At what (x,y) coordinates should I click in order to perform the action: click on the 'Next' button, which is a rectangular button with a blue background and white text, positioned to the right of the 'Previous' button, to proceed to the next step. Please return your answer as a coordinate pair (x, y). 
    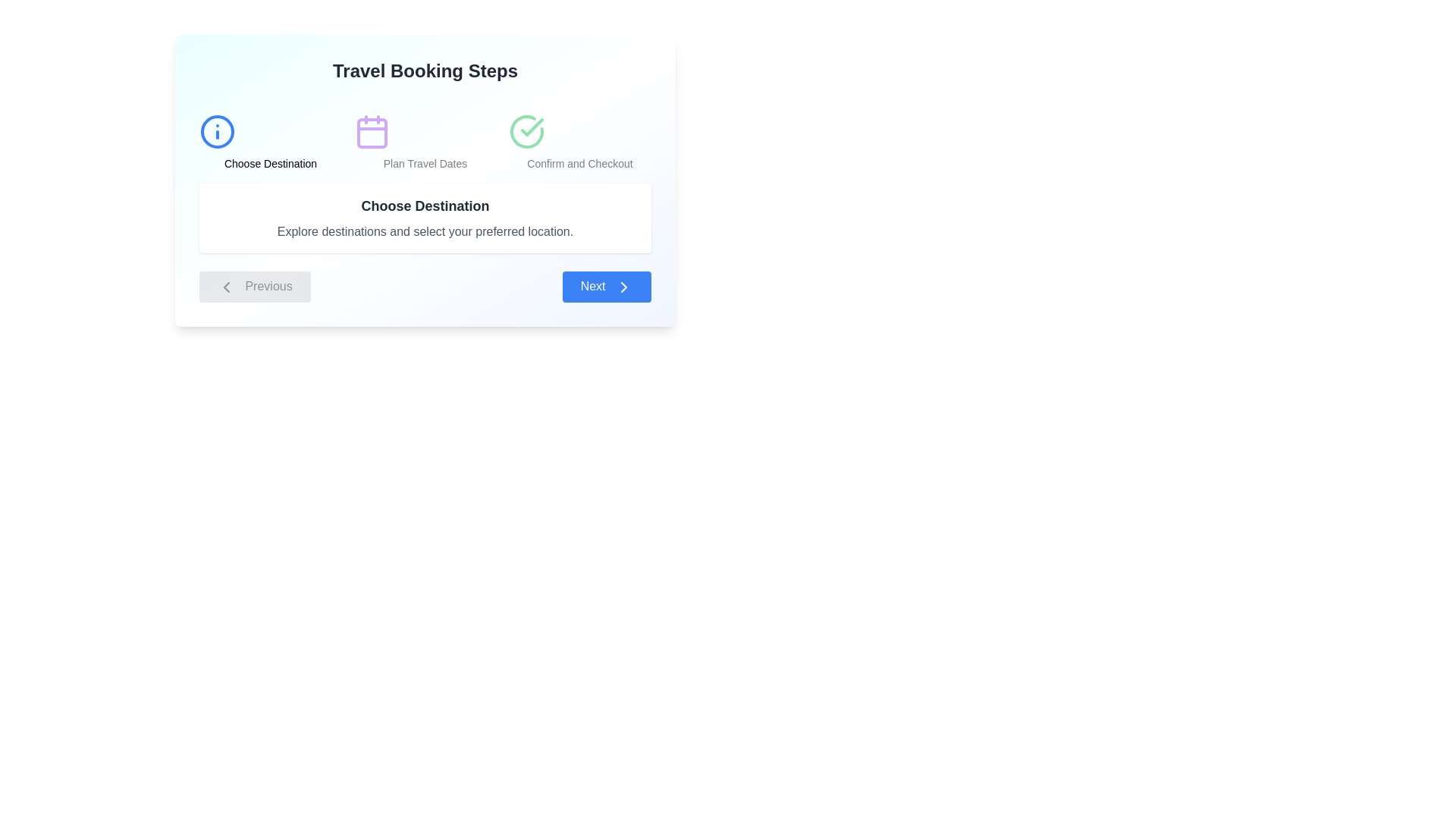
    Looking at the image, I should click on (607, 287).